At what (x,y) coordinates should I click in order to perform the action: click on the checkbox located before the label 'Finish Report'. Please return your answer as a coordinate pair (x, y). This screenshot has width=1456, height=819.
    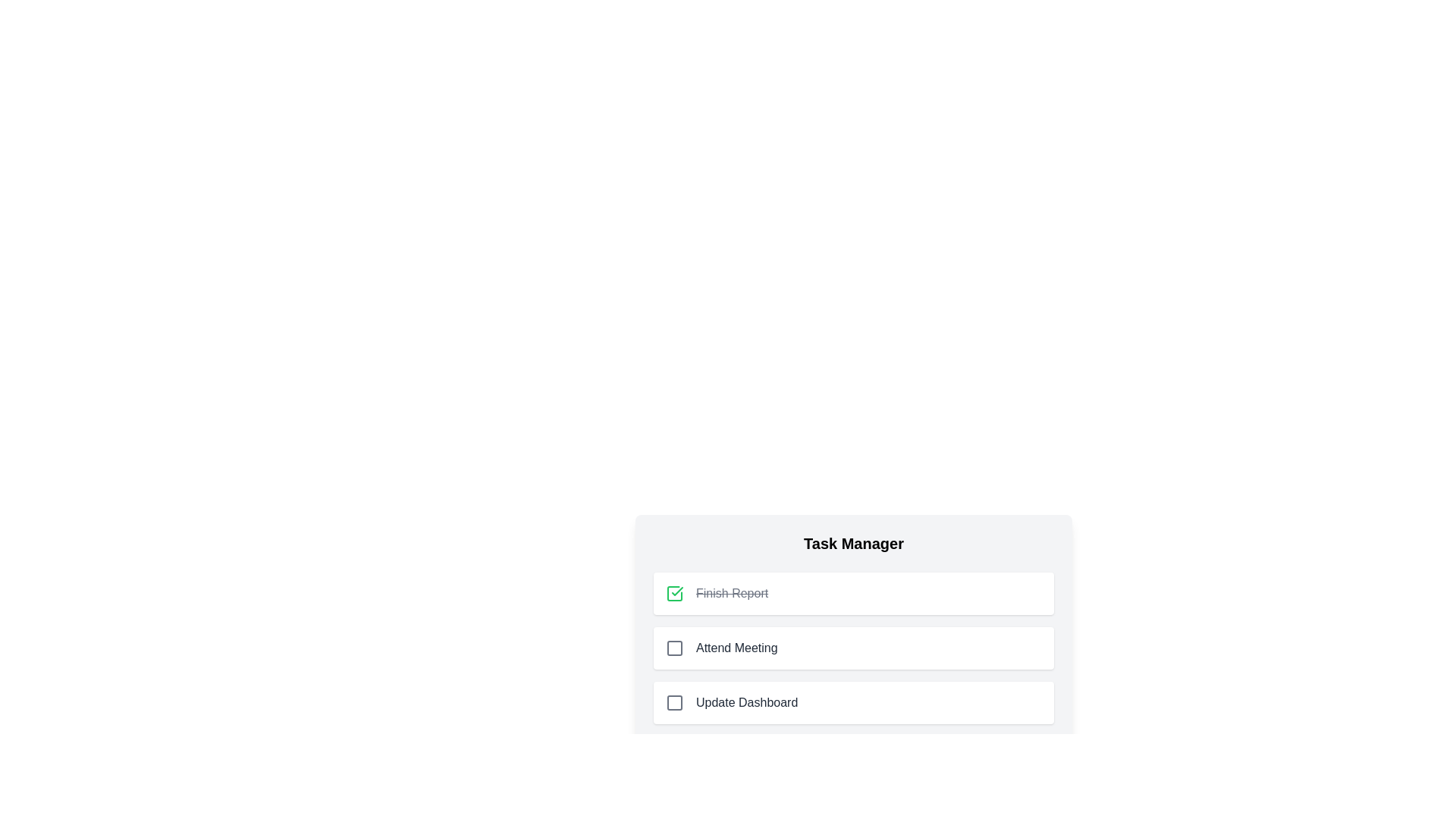
    Looking at the image, I should click on (673, 593).